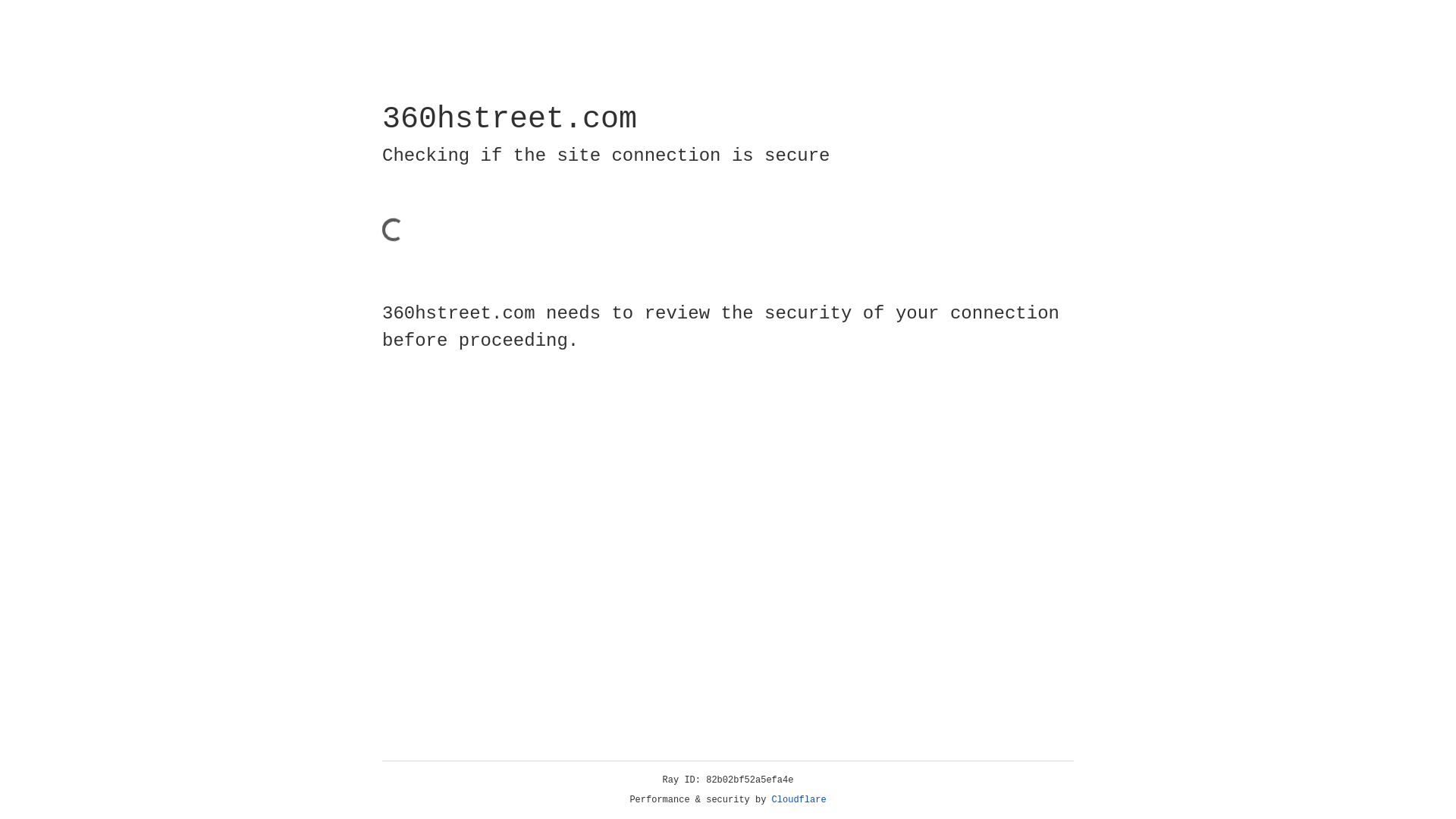 The width and height of the screenshot is (1456, 819). I want to click on 'Cloudflare', so click(799, 799).